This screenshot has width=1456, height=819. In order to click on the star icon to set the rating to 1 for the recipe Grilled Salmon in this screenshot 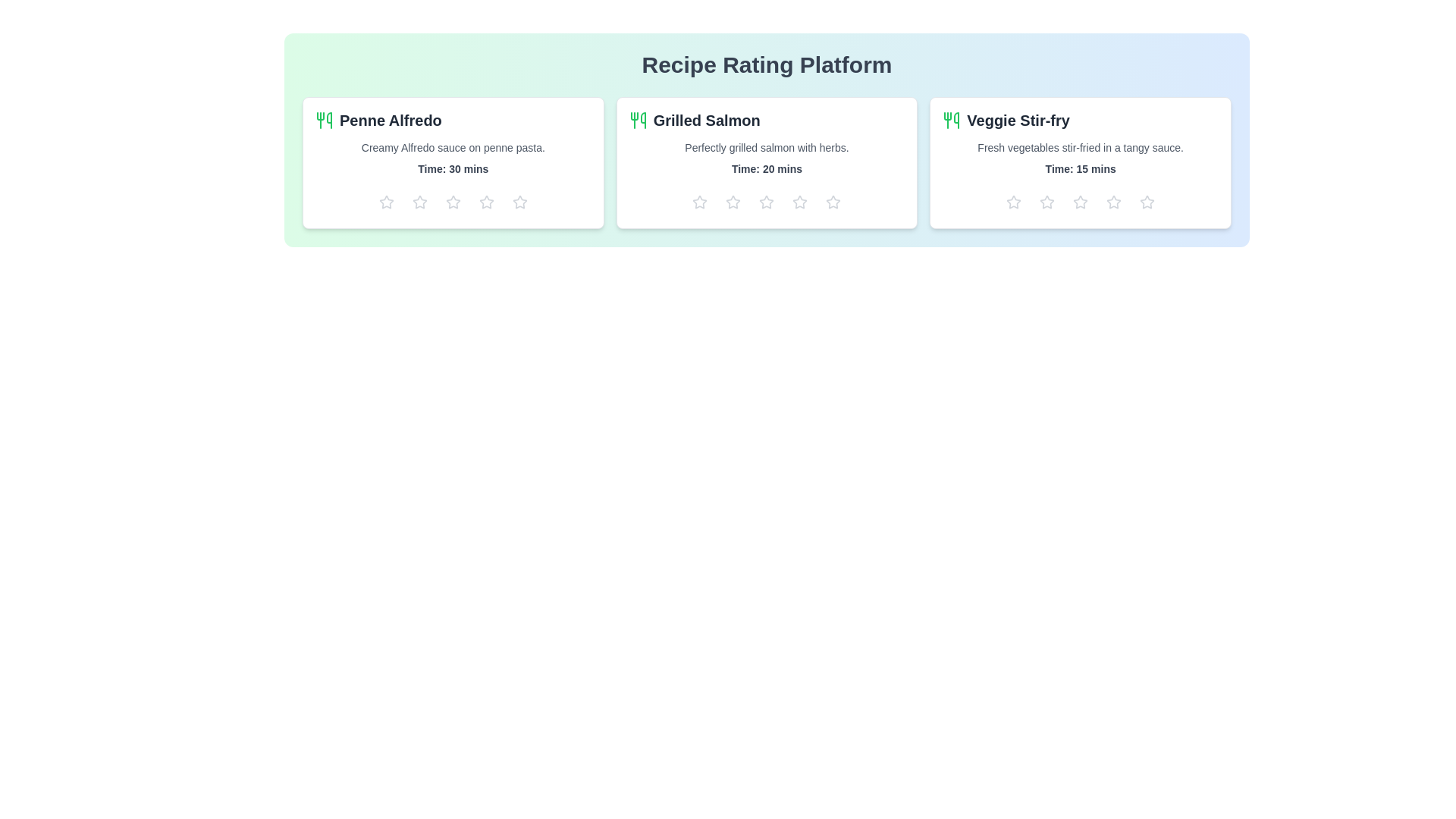, I will do `click(699, 201)`.